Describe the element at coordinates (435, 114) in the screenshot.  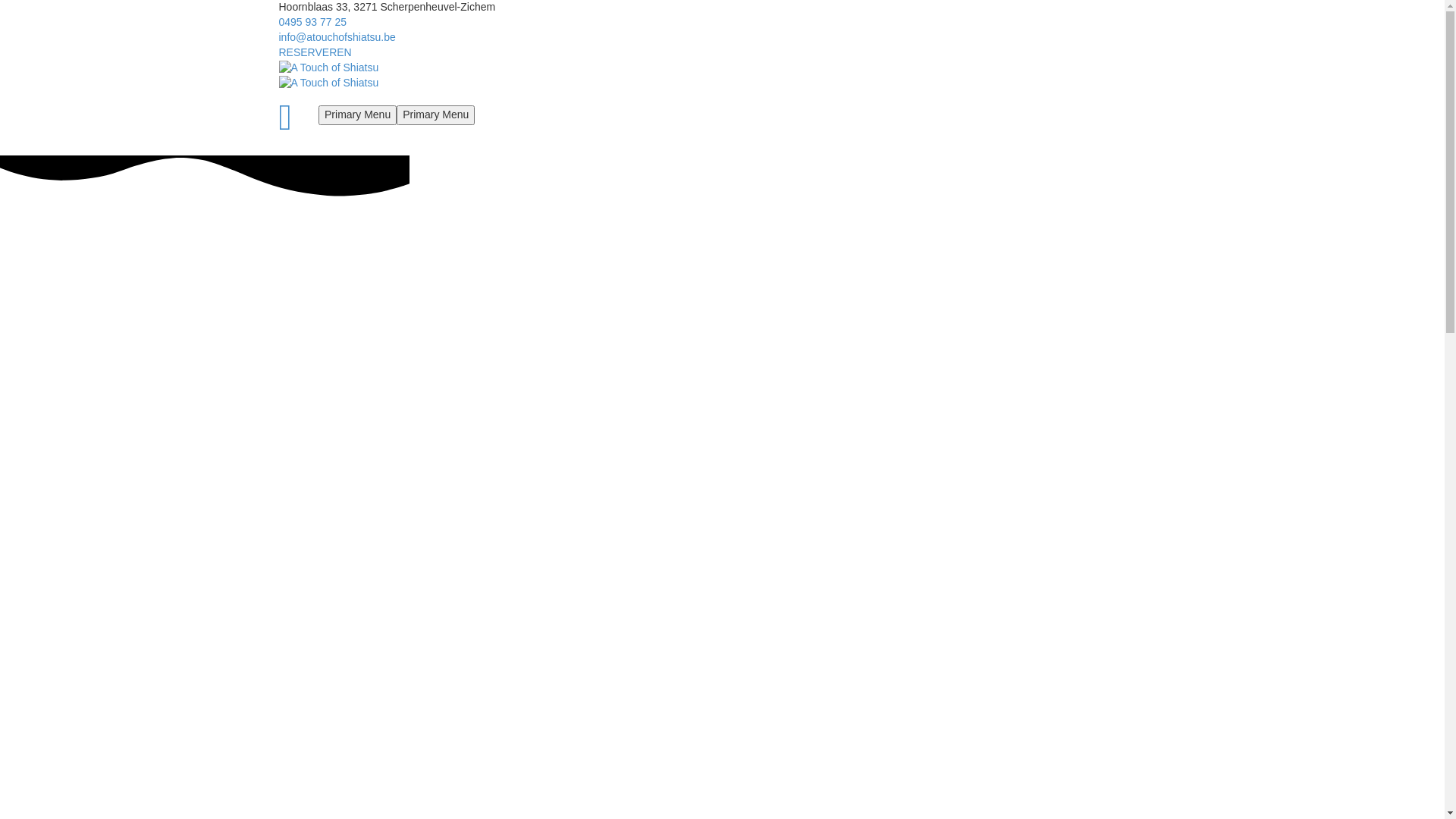
I see `'Primary Menu'` at that location.